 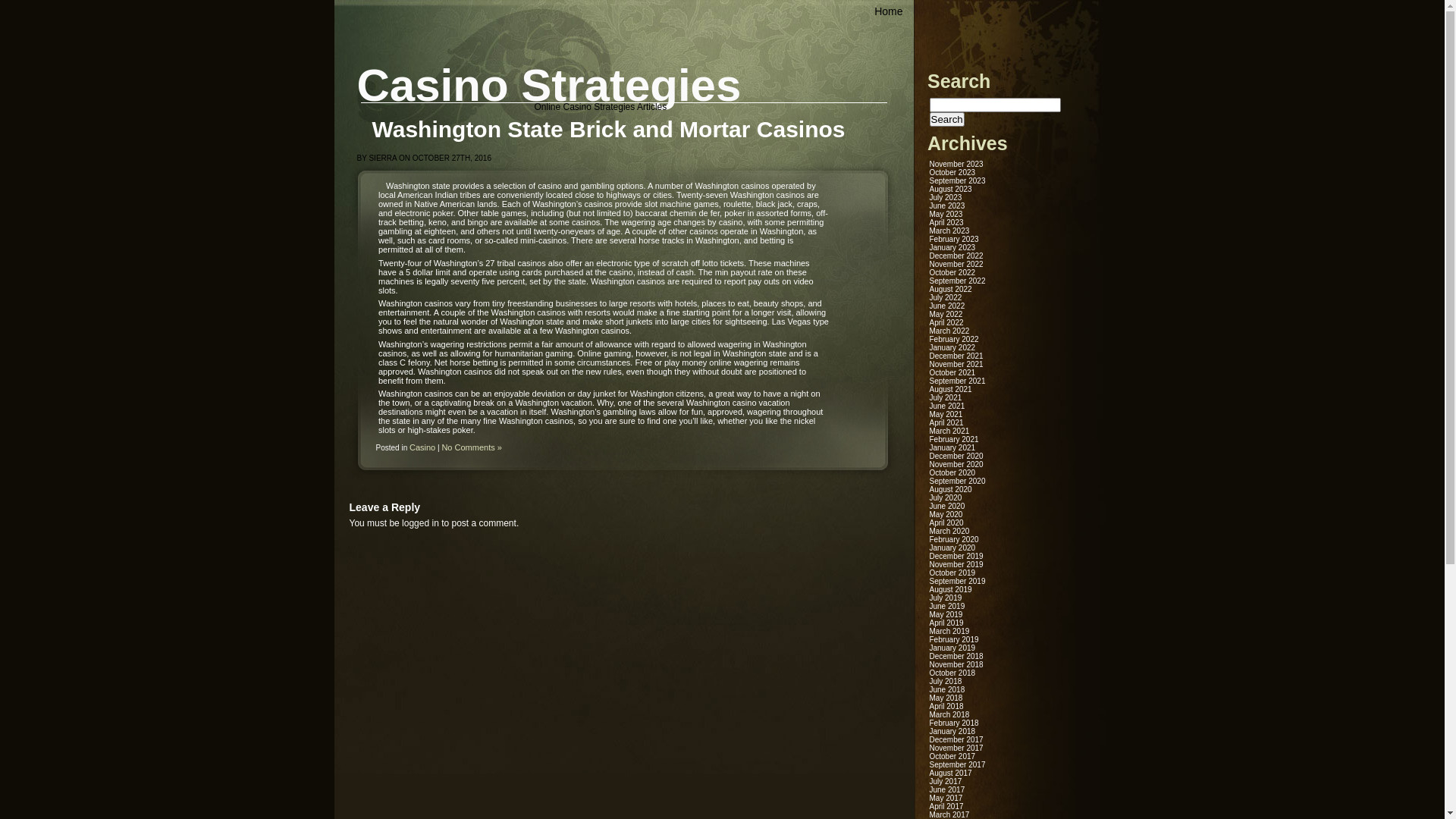 What do you see at coordinates (952, 171) in the screenshot?
I see `'October 2023'` at bounding box center [952, 171].